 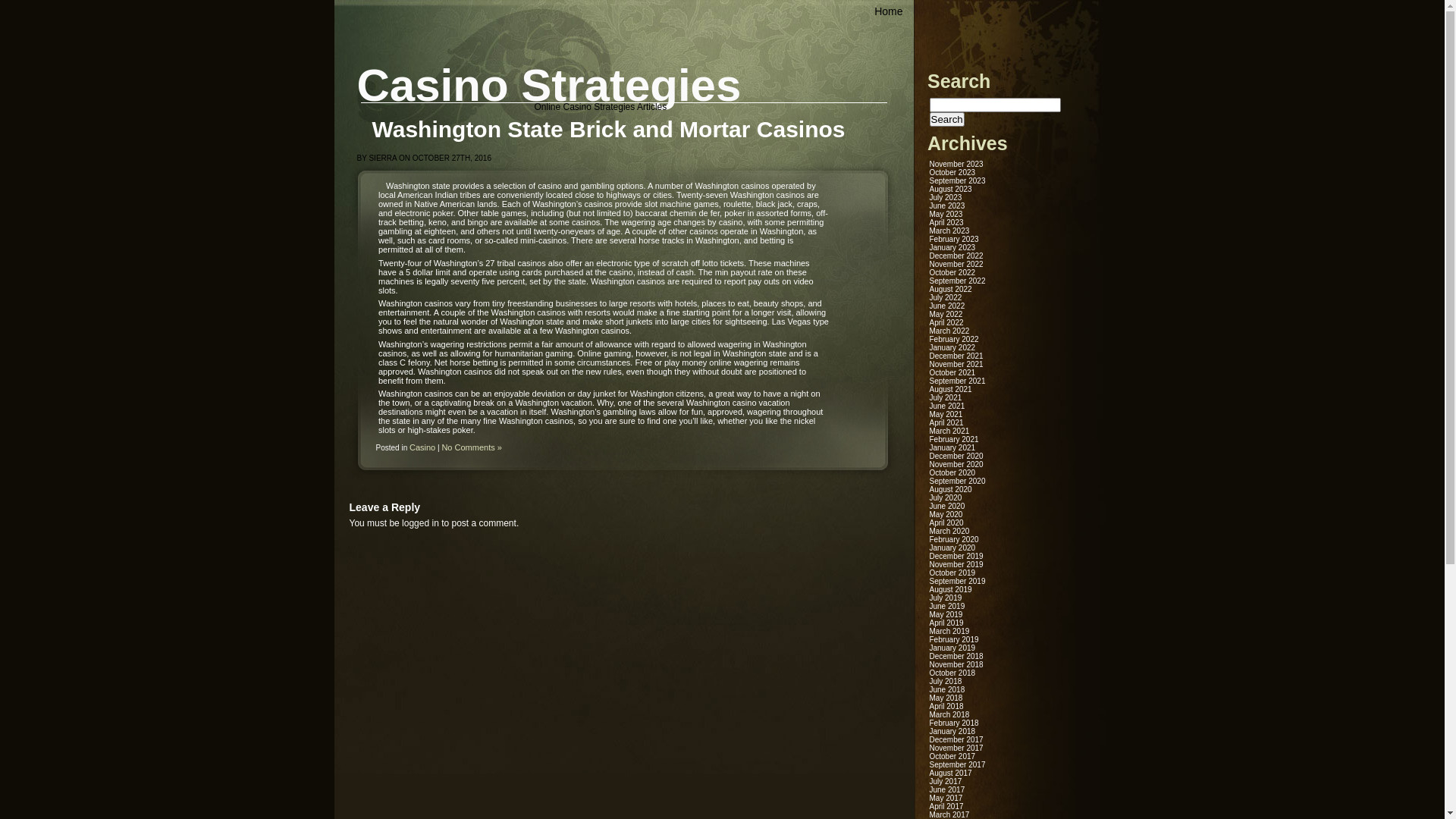 What do you see at coordinates (952, 171) in the screenshot?
I see `'October 2023'` at bounding box center [952, 171].